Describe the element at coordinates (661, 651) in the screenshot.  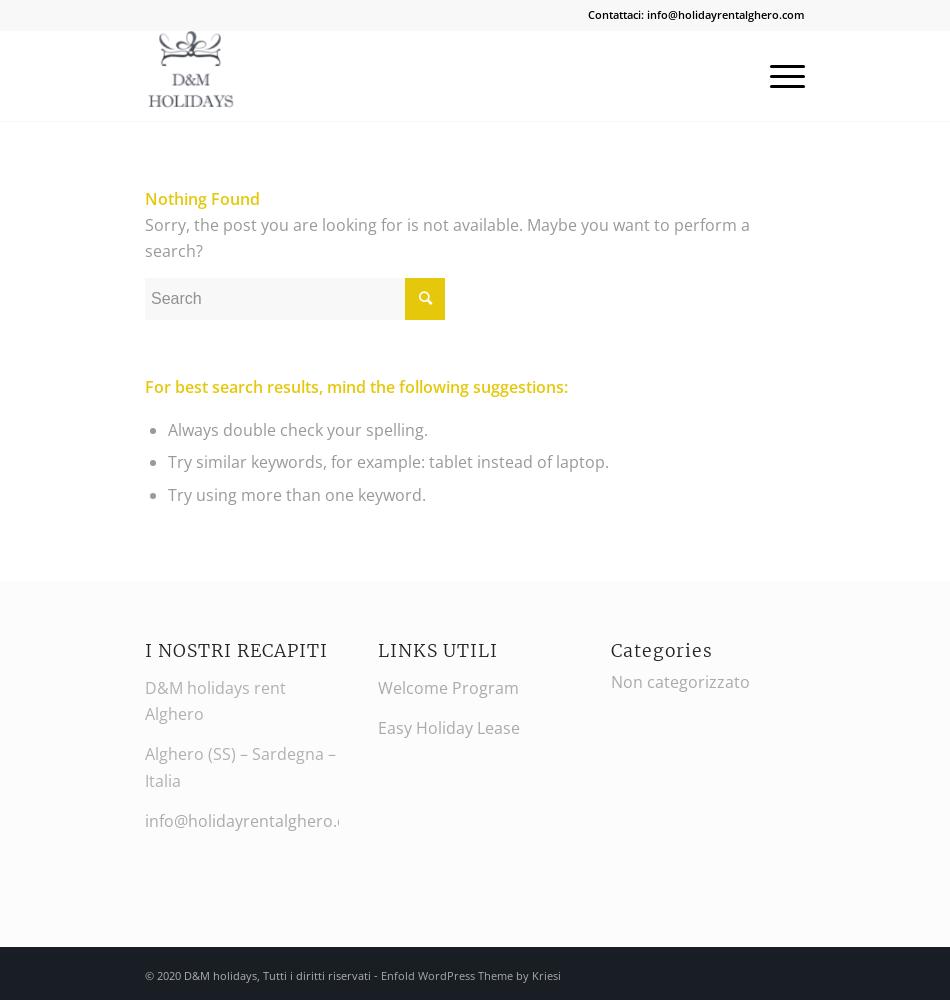
I see `'Categories'` at that location.